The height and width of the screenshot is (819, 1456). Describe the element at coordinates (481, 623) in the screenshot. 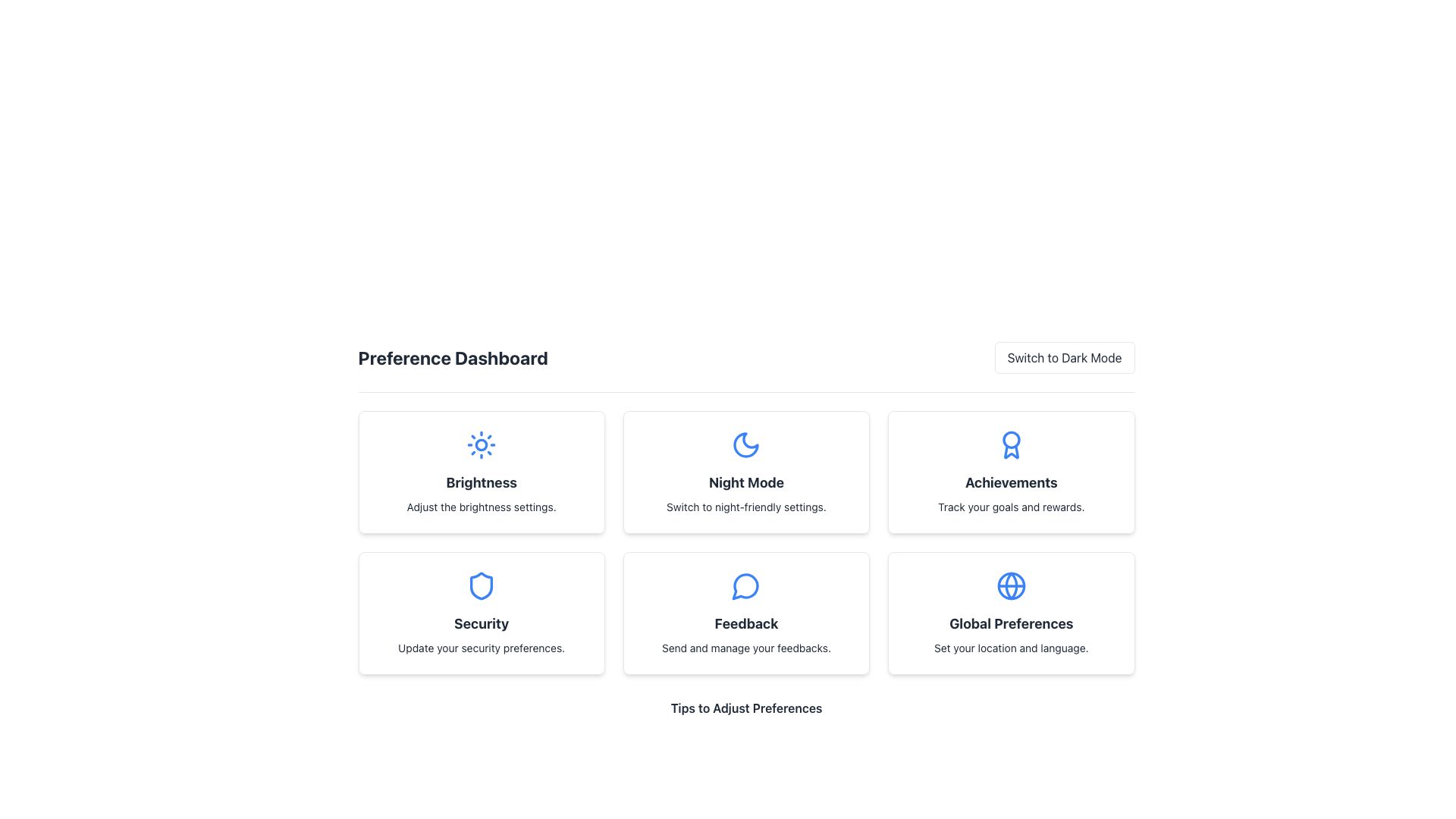

I see `the 'Security' label element, which serves as a title indicating the subject of the card in the second column of the second row of the preference grid layout` at that location.